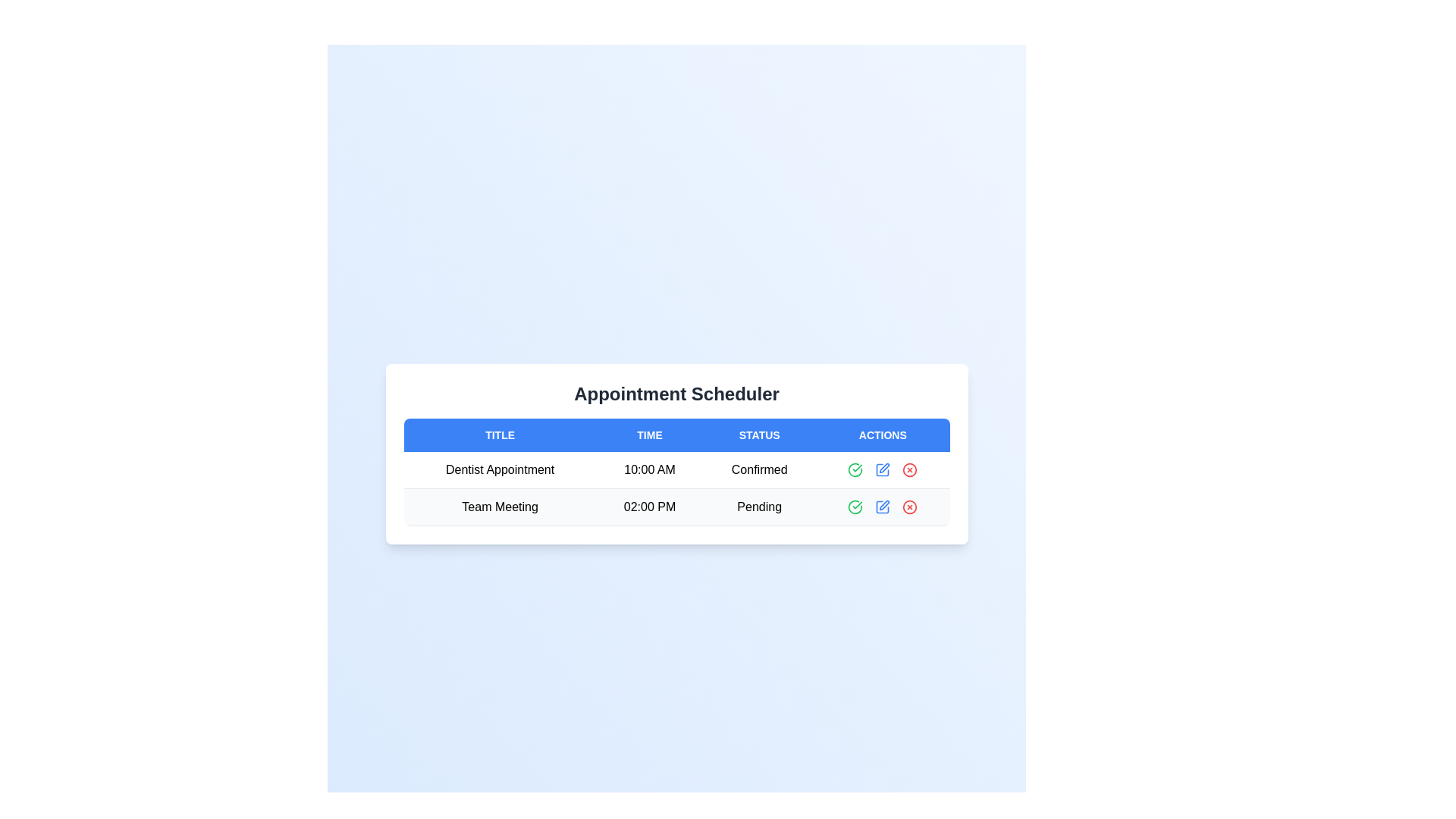  I want to click on the green circular Interactive Icon with a checkmark symbol located in the 'Actions' column for the 'Dentist Appointment' entry, so click(855, 507).